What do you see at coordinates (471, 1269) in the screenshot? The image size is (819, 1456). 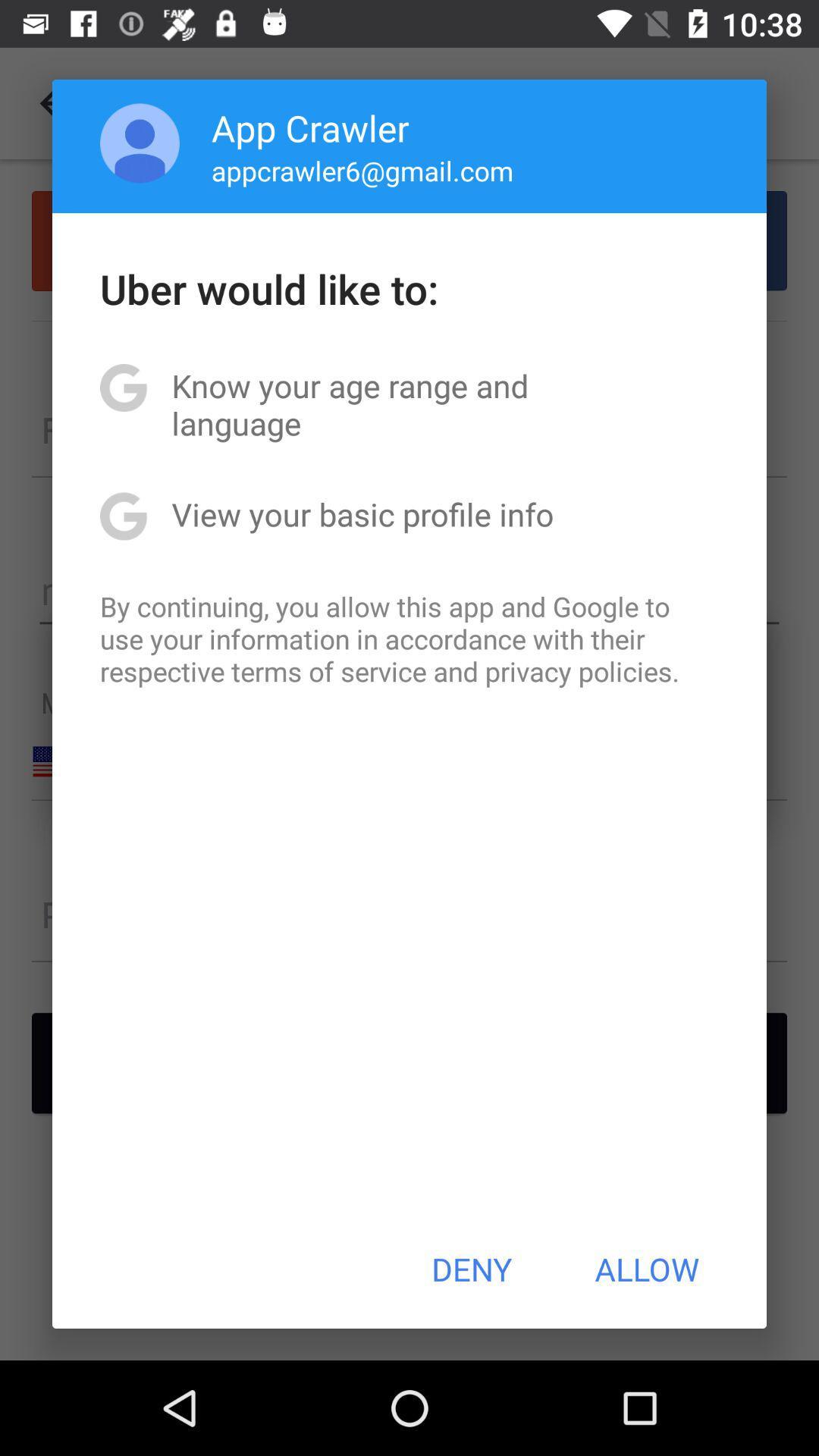 I see `the button to the left of the allow item` at bounding box center [471, 1269].